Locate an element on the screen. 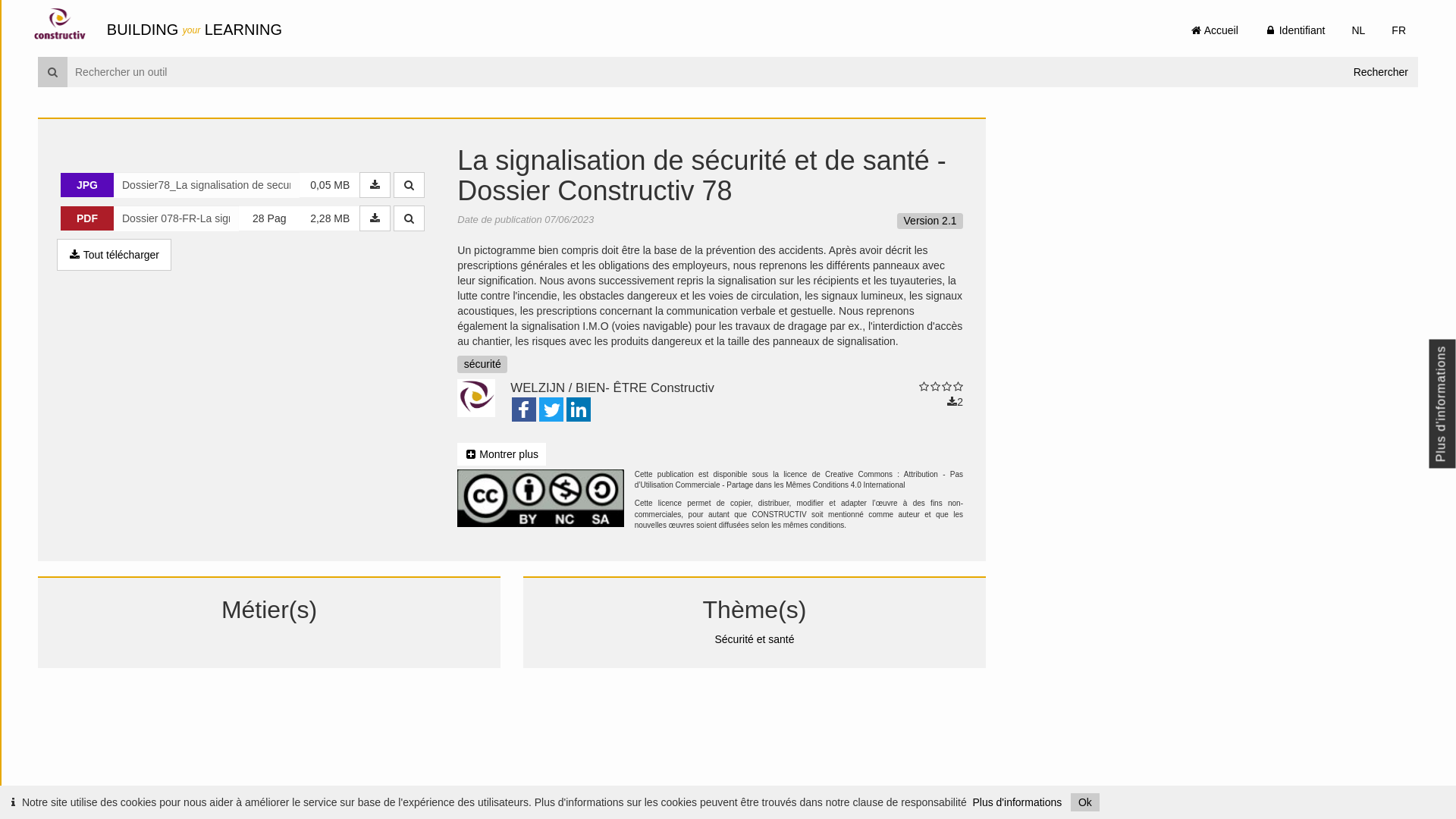  ' Montrer plus' is located at coordinates (457, 453).